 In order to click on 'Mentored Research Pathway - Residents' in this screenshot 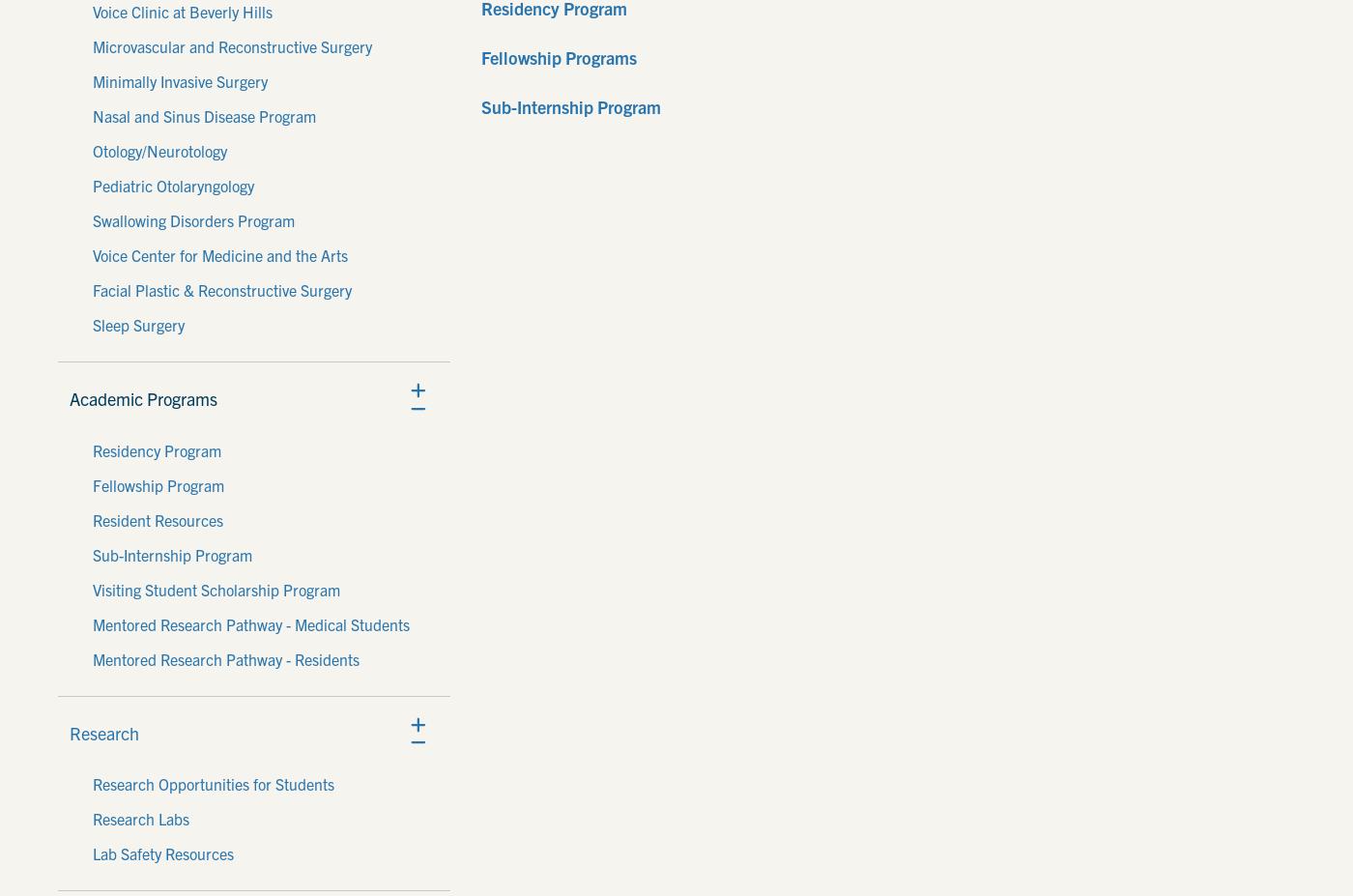, I will do `click(93, 656)`.